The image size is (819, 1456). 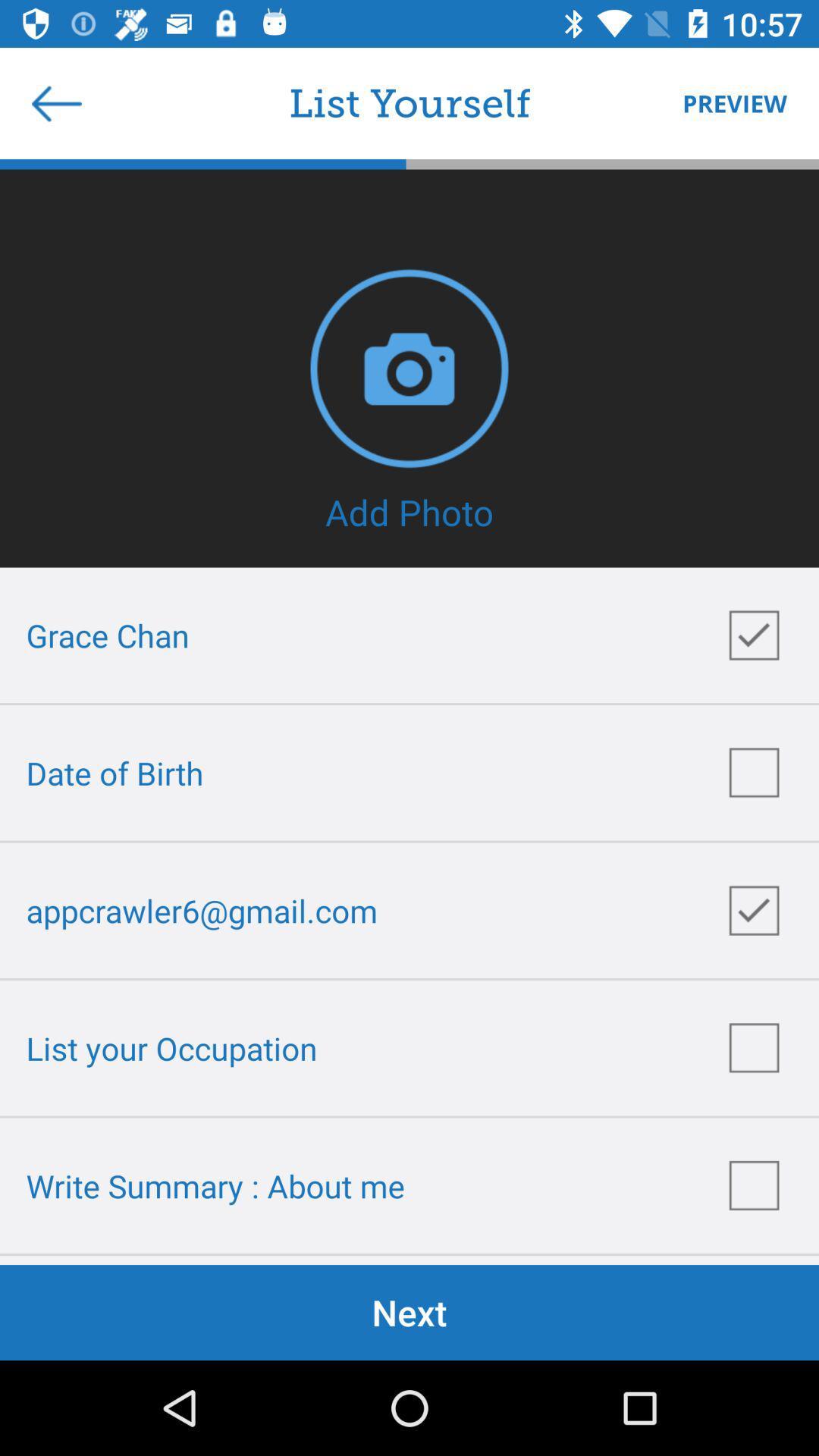 What do you see at coordinates (726, 102) in the screenshot?
I see `the icon next to list yourself item` at bounding box center [726, 102].